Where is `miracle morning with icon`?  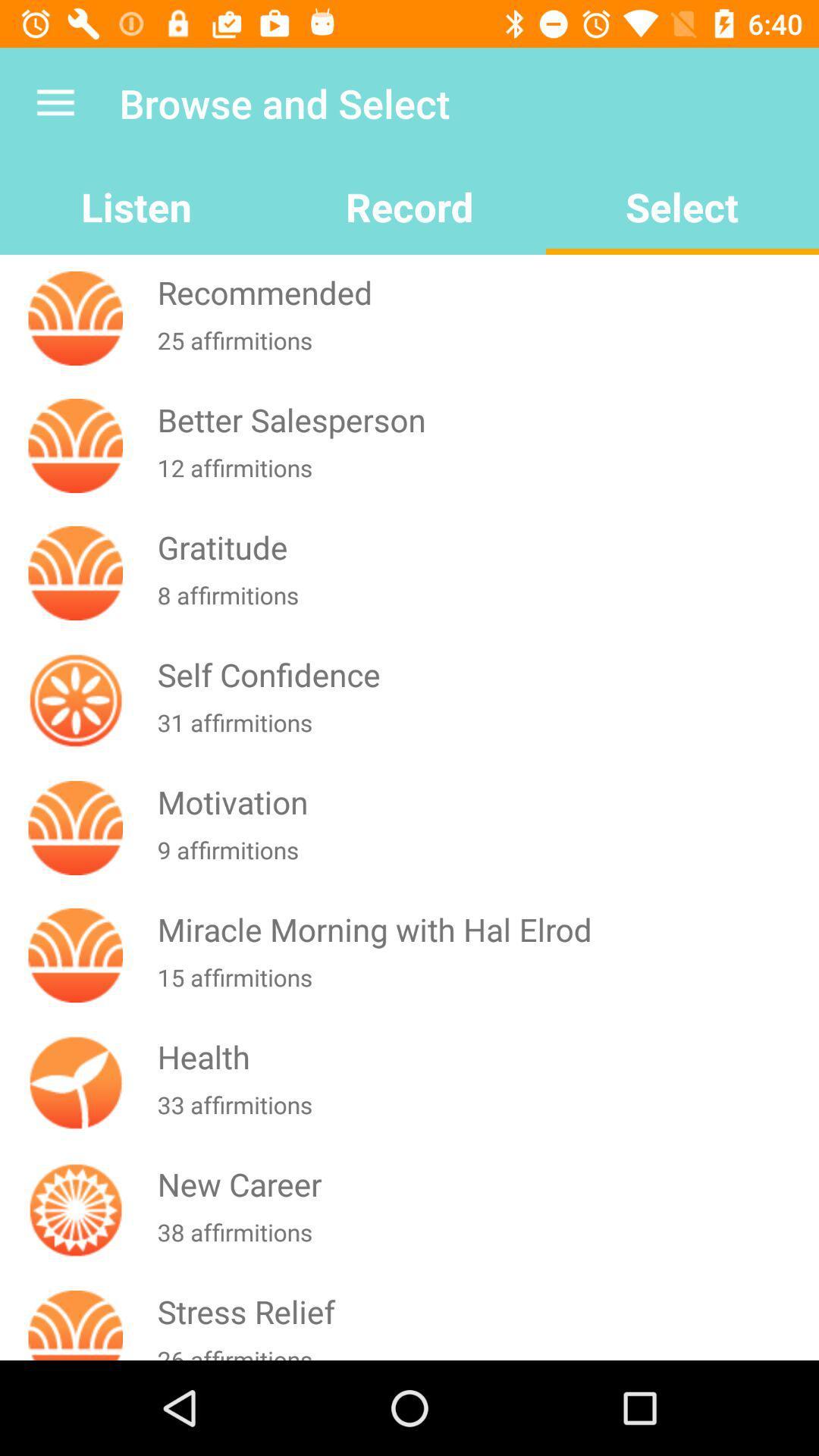 miracle morning with icon is located at coordinates (485, 928).